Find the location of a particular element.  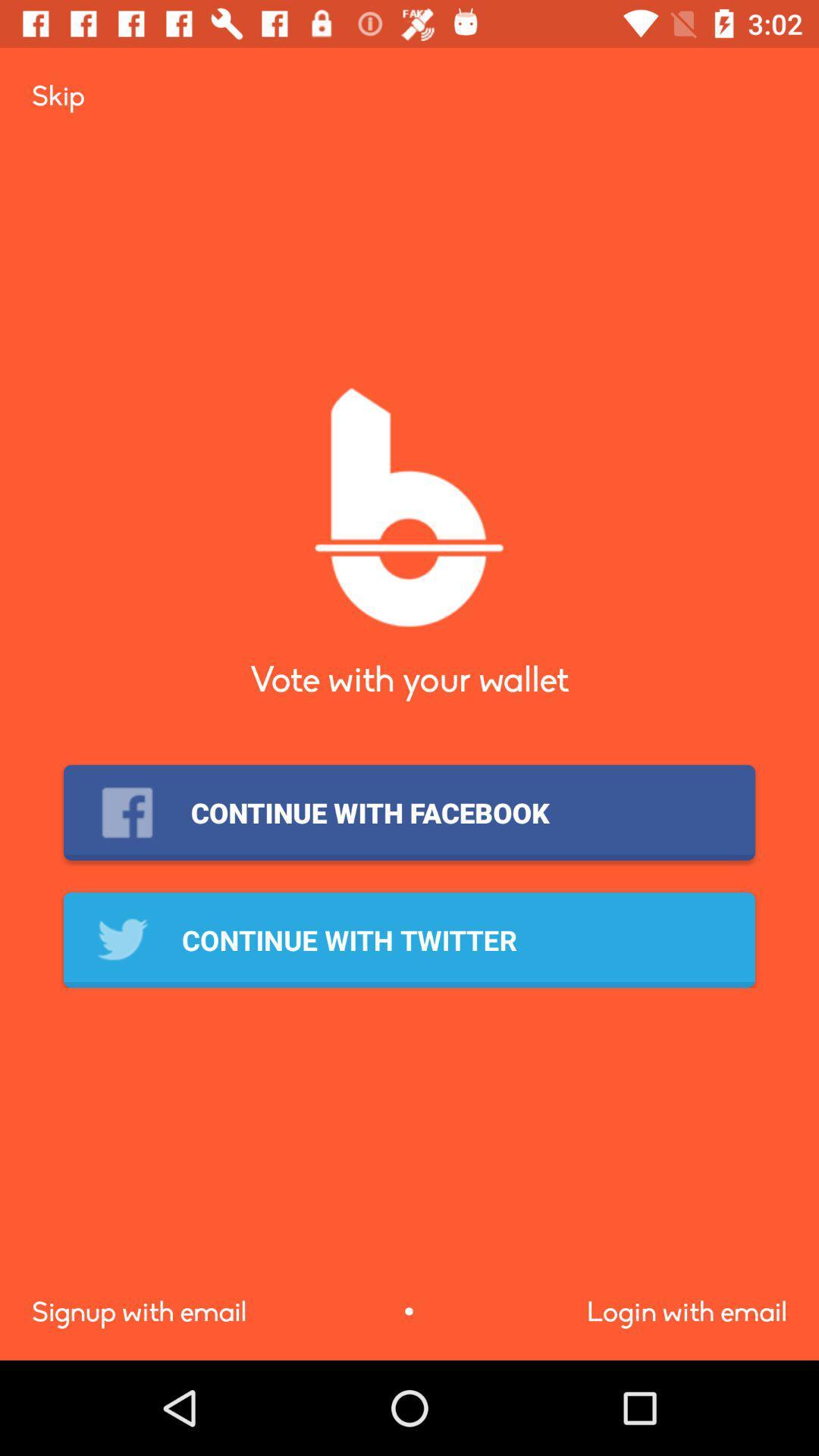

icon above the vote with your icon is located at coordinates (57, 95).